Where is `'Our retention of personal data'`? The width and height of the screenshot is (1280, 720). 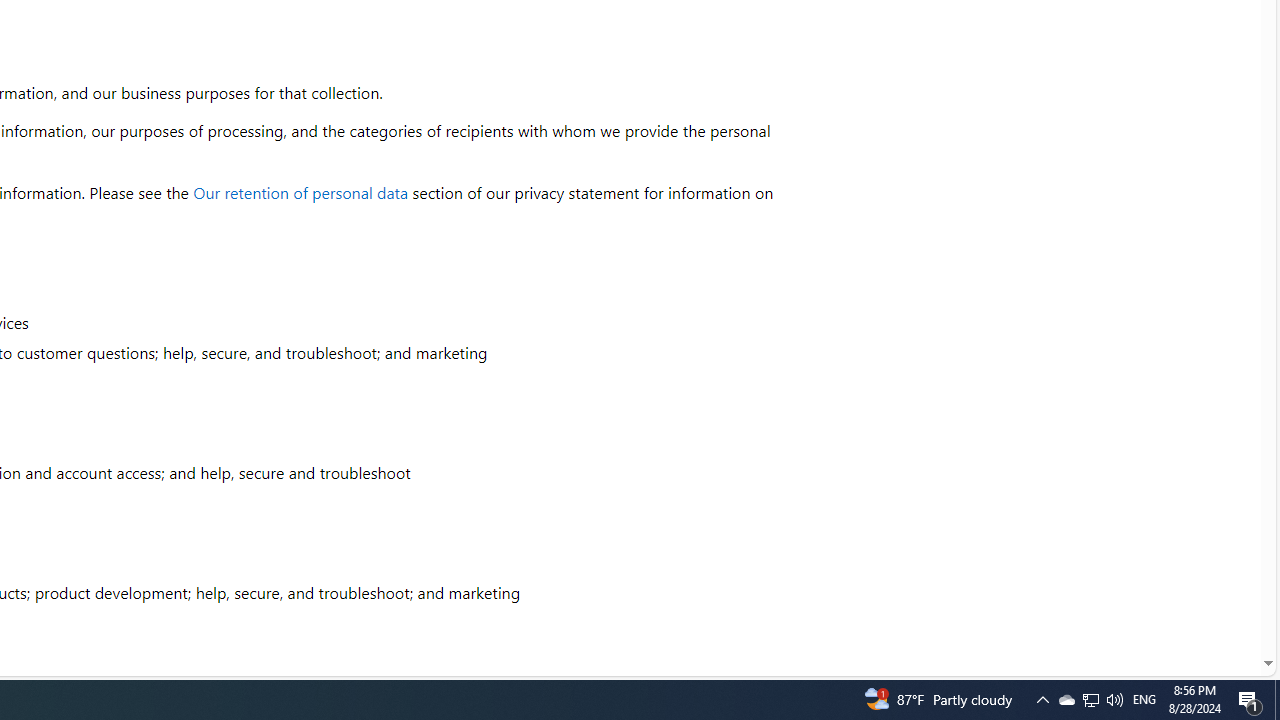 'Our retention of personal data' is located at coordinates (300, 192).